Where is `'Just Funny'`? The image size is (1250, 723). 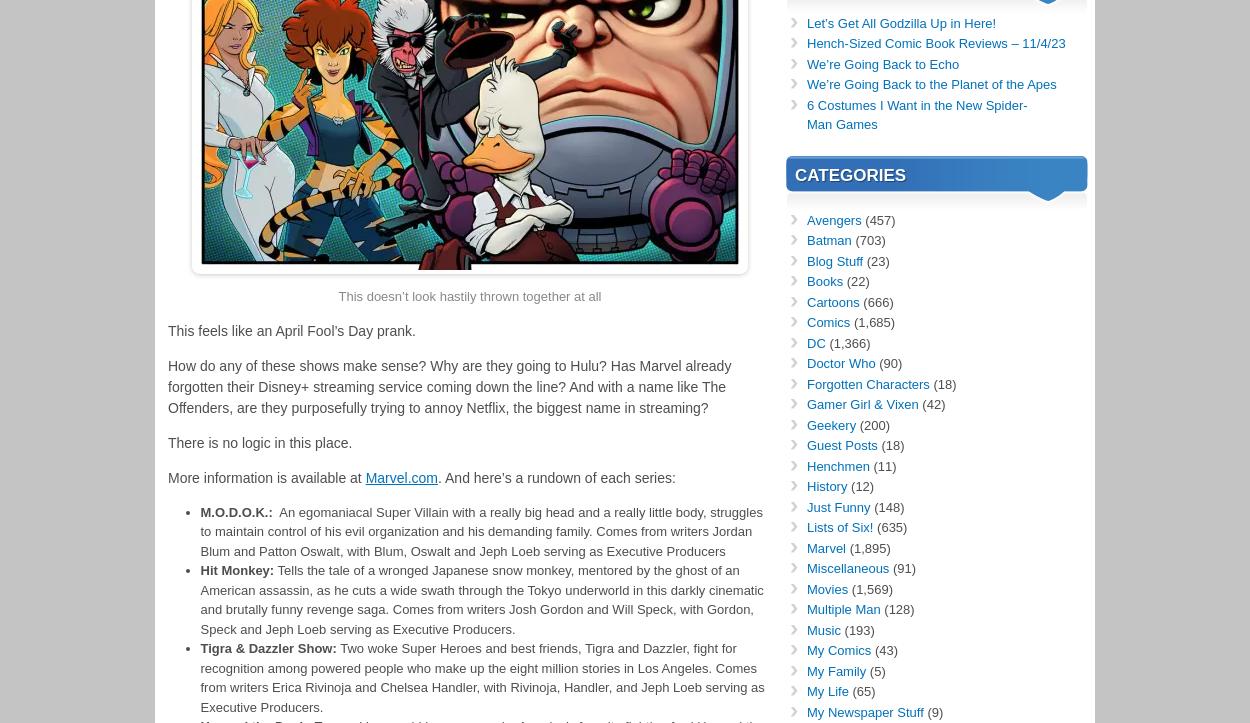 'Just Funny' is located at coordinates (837, 506).